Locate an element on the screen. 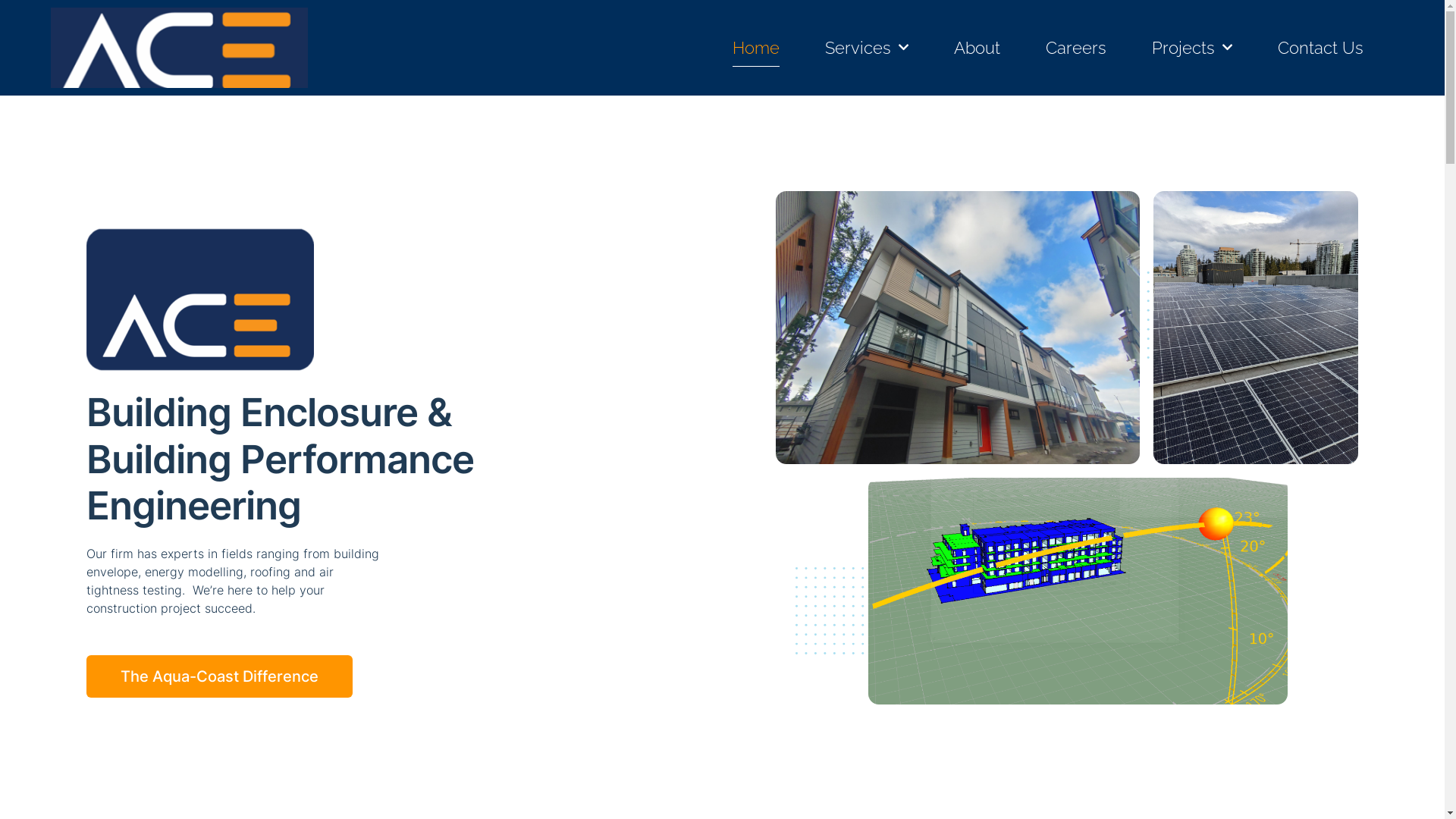 Image resolution: width=1456 pixels, height=819 pixels. 'Careers' is located at coordinates (1075, 46).